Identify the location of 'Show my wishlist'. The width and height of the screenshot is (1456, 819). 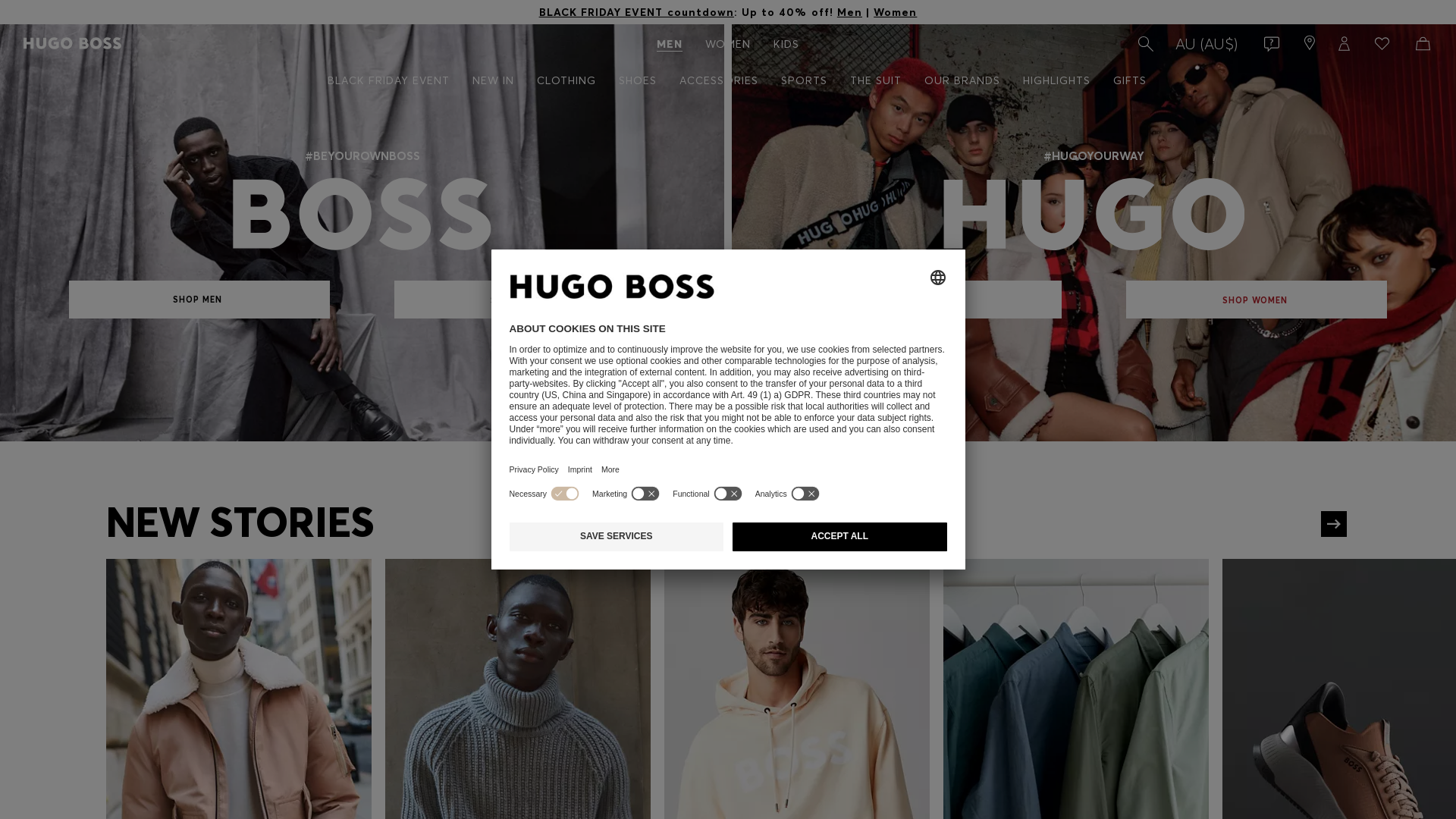
(1379, 43).